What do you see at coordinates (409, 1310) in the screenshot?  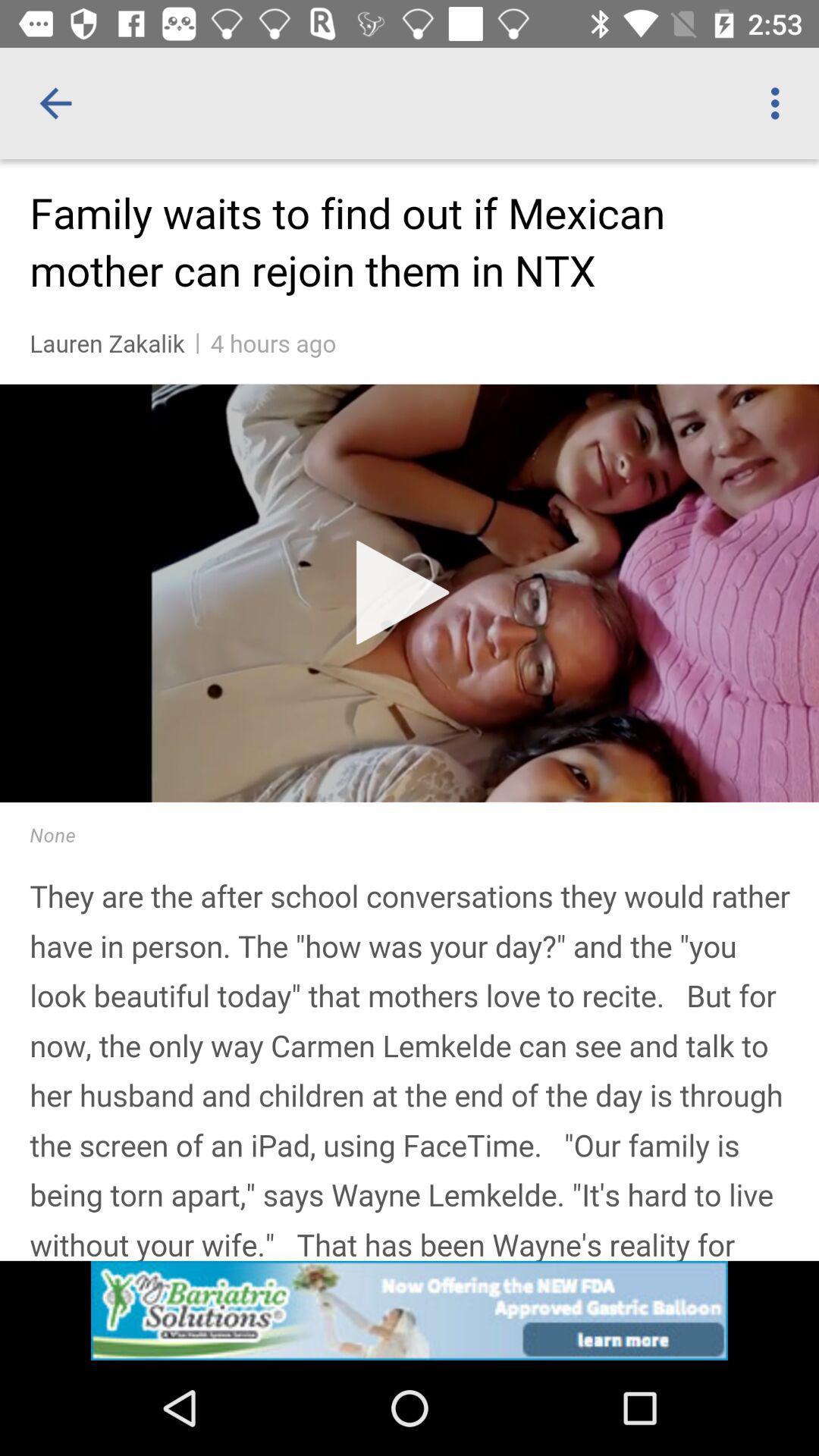 I see `advertisement link` at bounding box center [409, 1310].